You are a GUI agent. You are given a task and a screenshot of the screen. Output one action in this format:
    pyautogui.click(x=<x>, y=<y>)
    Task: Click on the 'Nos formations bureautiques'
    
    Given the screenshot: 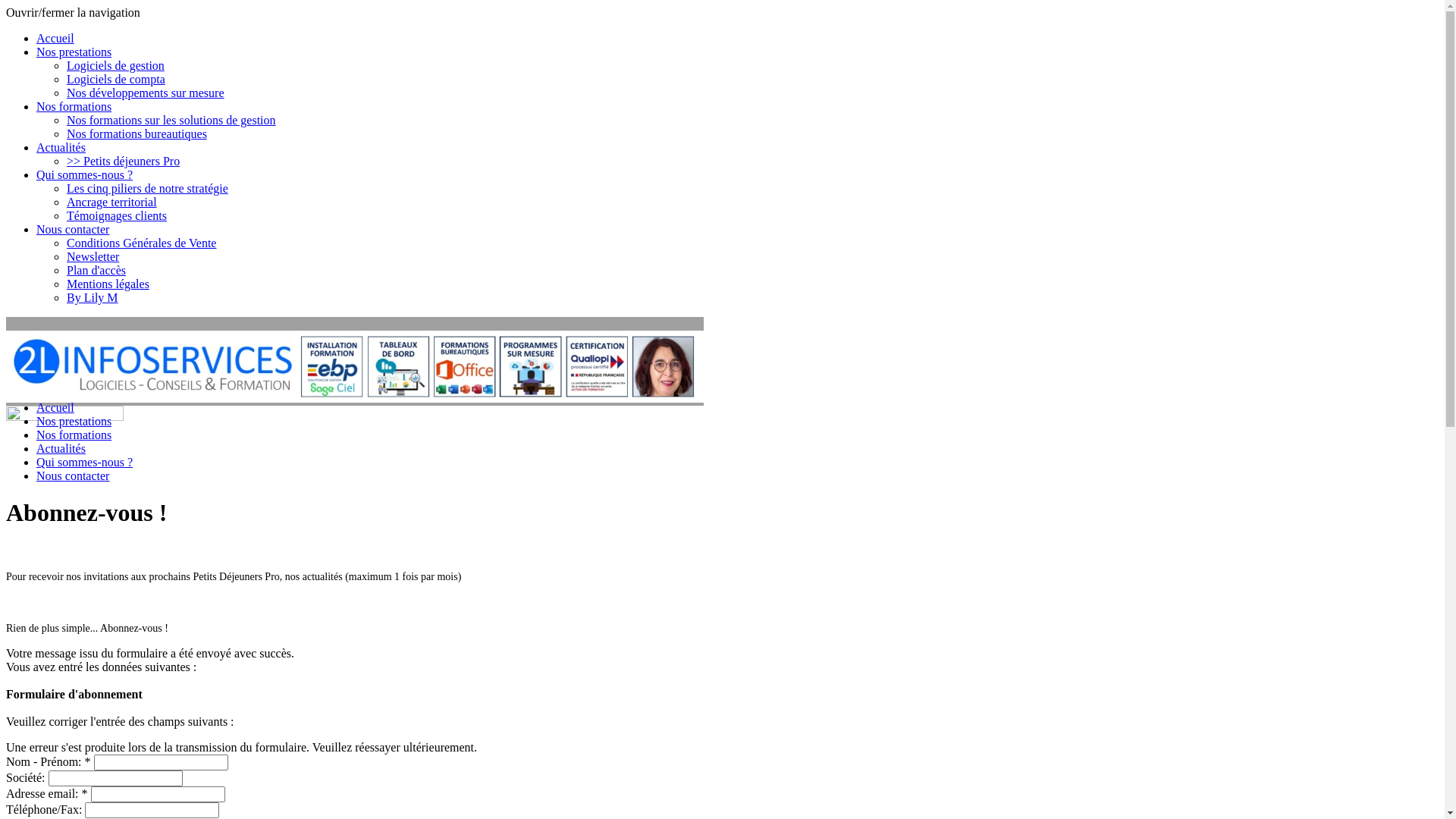 What is the action you would take?
    pyautogui.click(x=136, y=133)
    